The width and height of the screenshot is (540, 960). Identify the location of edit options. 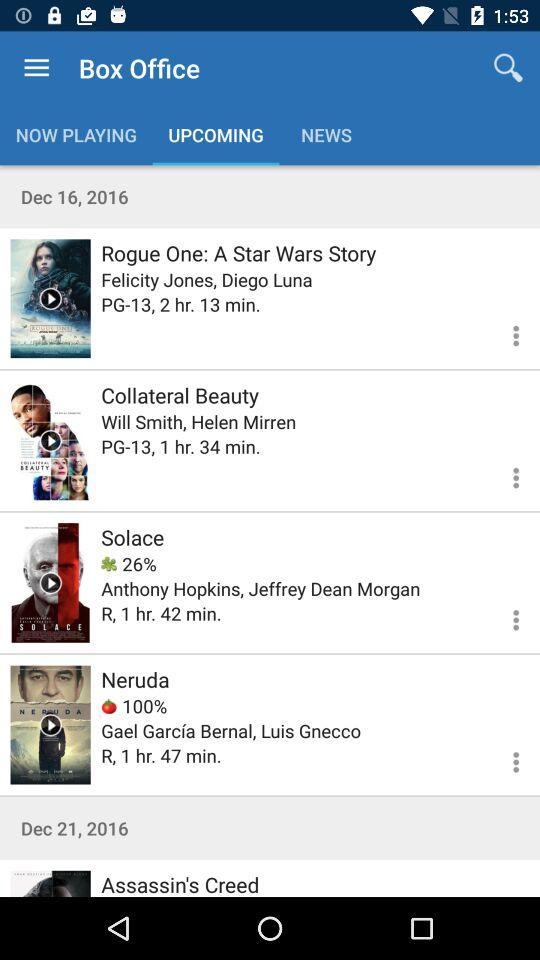
(503, 616).